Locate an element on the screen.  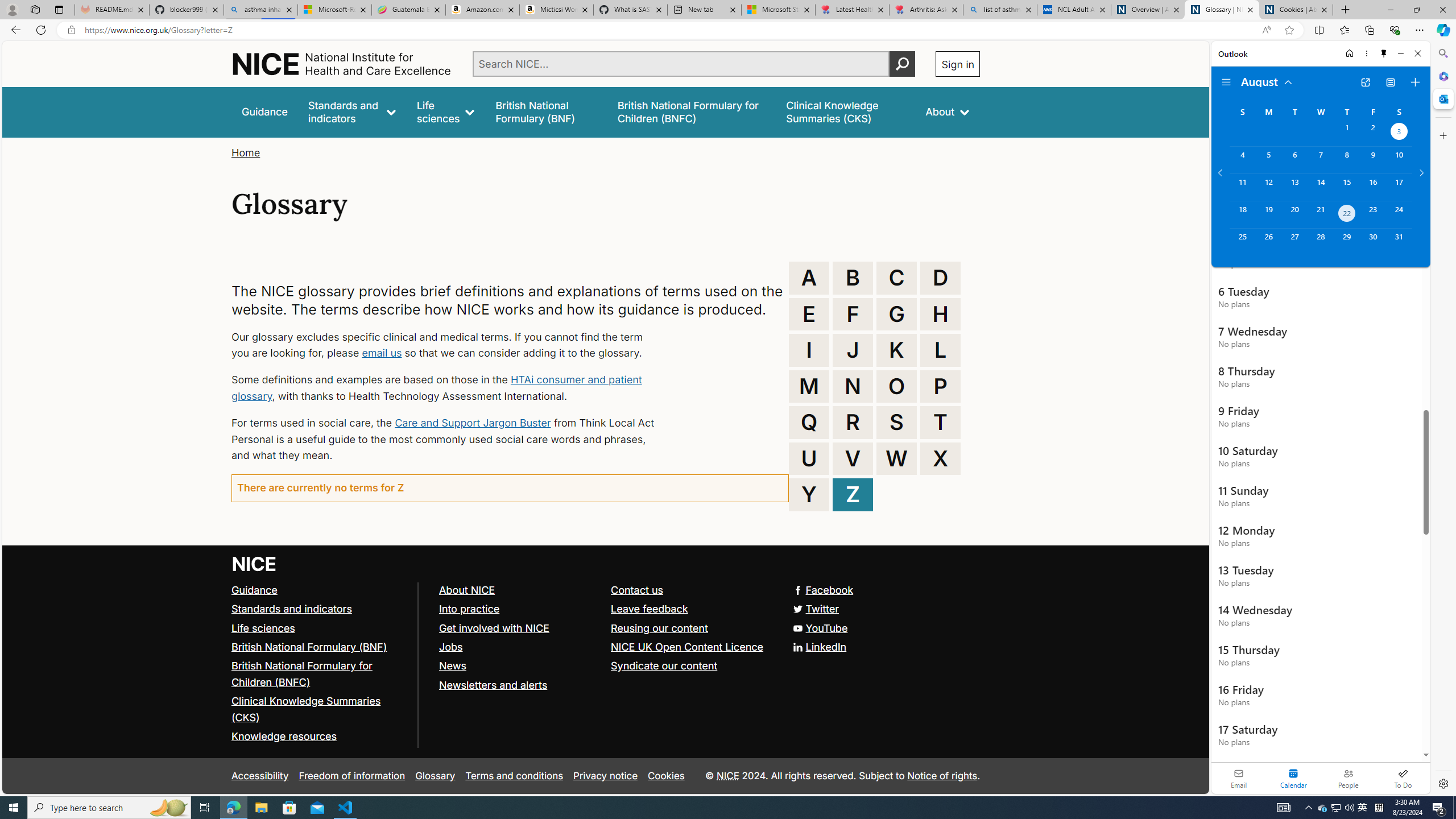
'Cookies' is located at coordinates (665, 775).